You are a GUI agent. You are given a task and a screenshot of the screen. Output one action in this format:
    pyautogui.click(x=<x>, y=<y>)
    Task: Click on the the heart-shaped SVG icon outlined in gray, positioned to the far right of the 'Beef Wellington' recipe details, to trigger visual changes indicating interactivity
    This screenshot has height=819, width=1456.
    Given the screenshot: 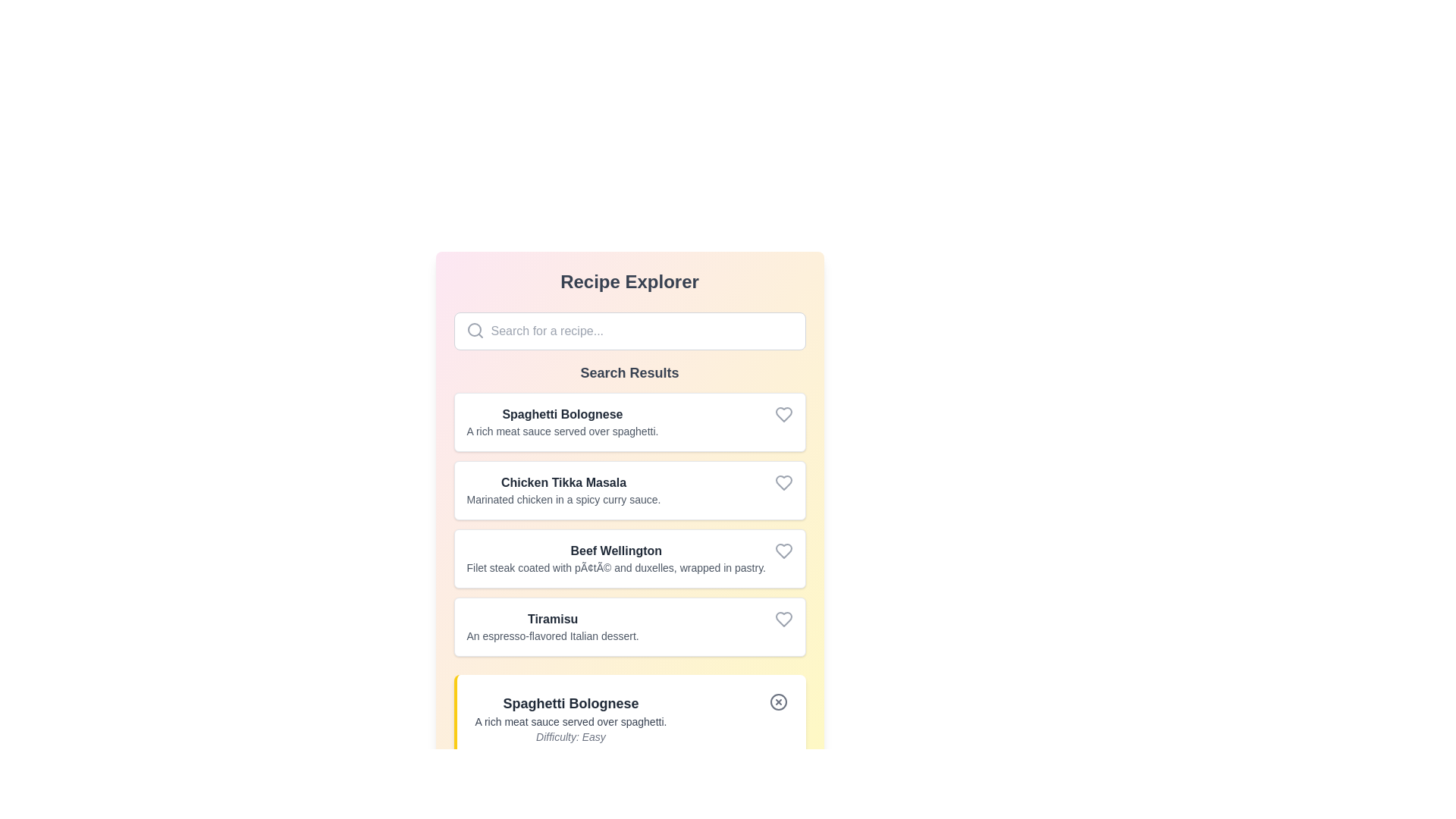 What is the action you would take?
    pyautogui.click(x=783, y=551)
    